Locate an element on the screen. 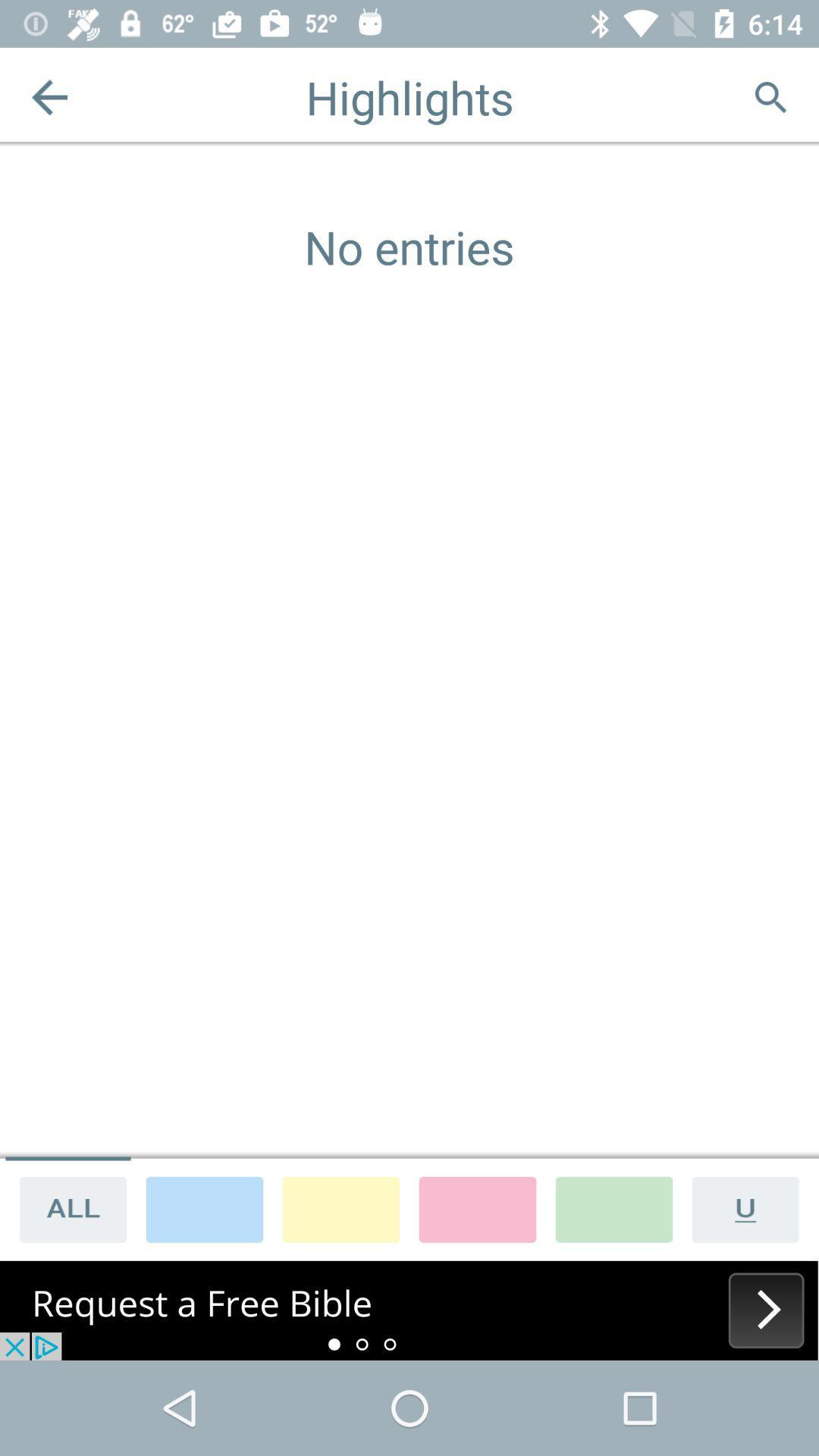  to return is located at coordinates (49, 96).